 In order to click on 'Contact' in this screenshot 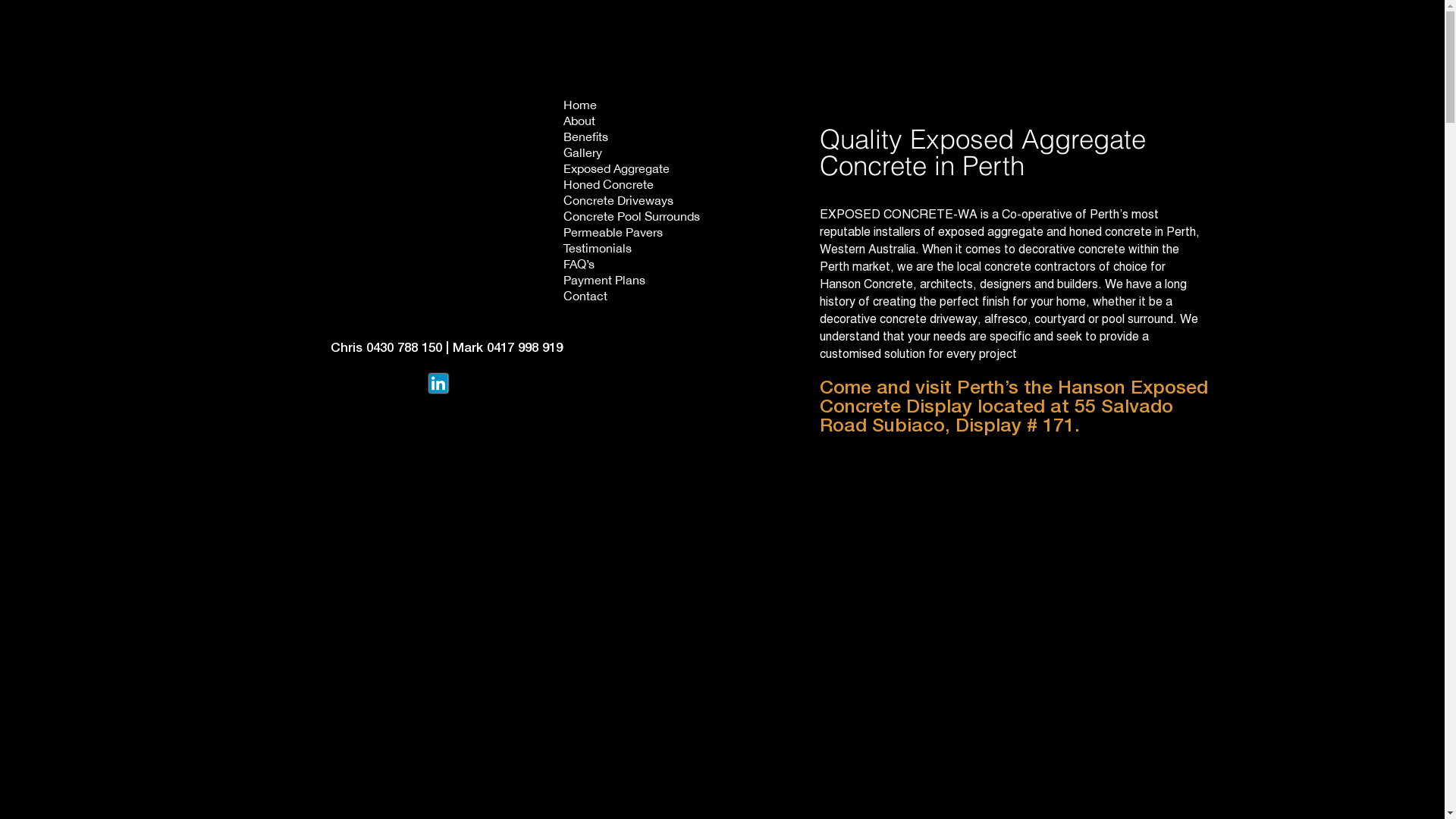, I will do `click(562, 297)`.